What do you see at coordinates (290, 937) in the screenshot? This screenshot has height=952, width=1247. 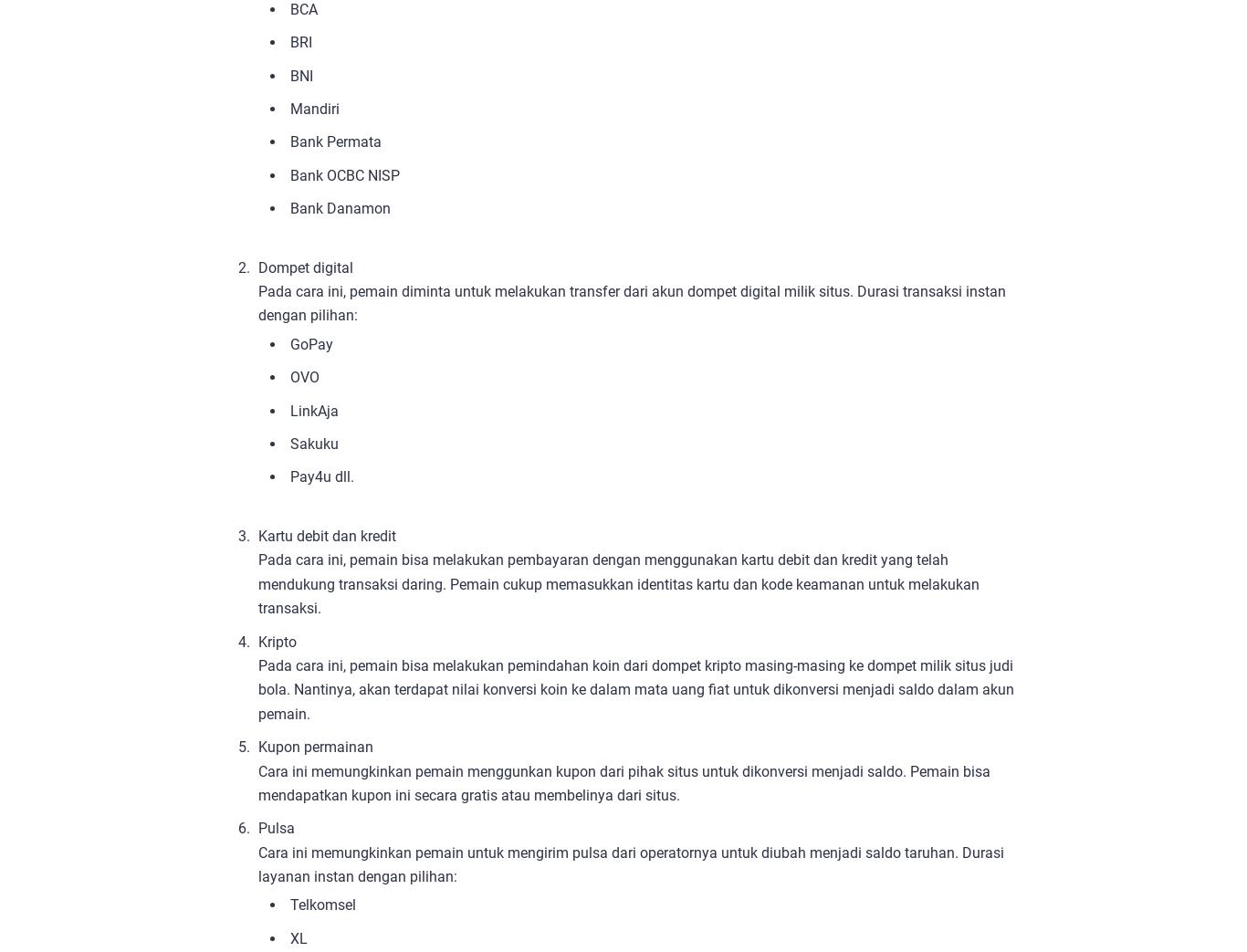 I see `'XL'` at bounding box center [290, 937].